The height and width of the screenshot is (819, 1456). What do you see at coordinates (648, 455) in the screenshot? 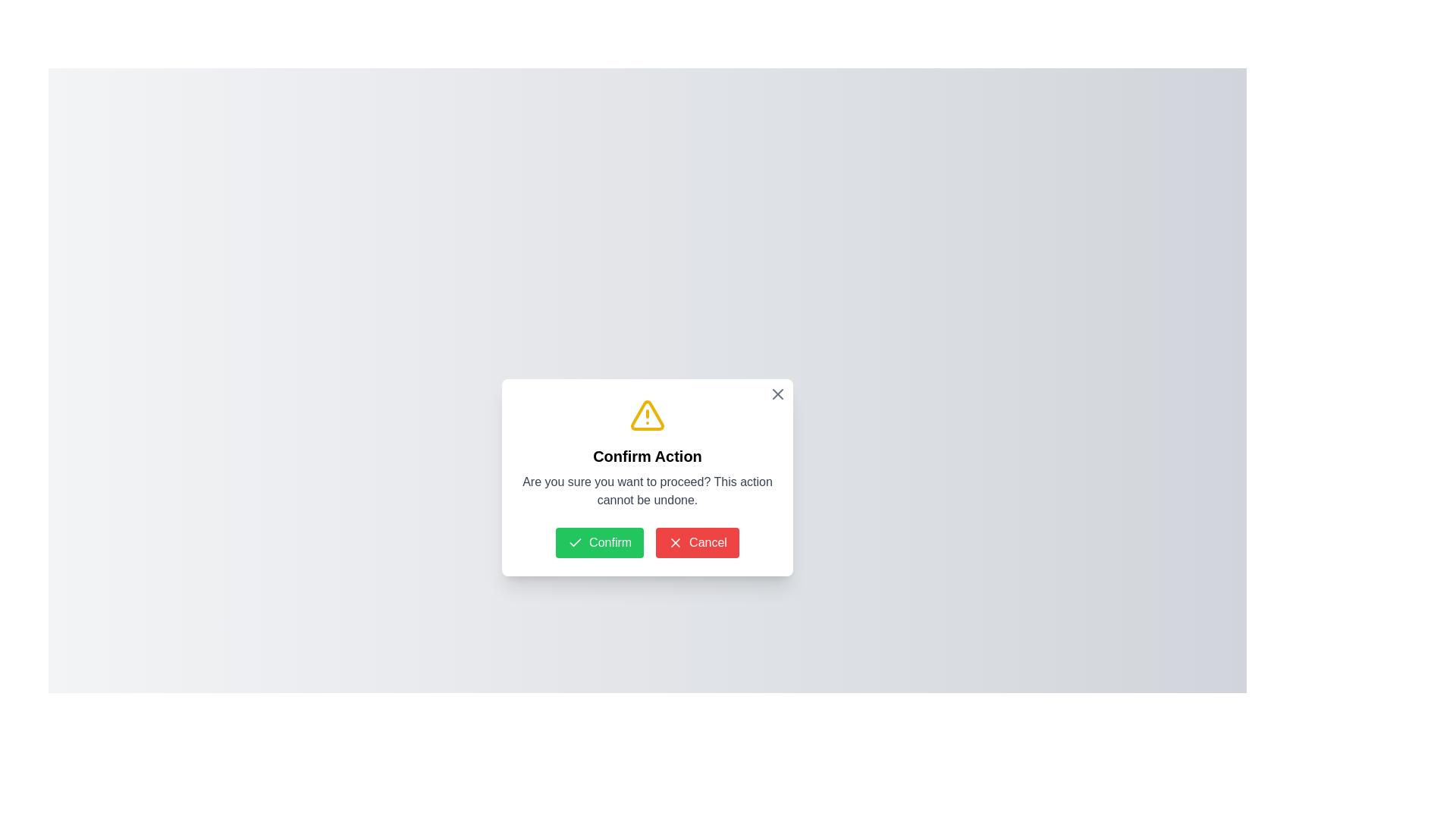
I see `the Text Label that serves as a title for the confirmation dialog, positioned centrally below the warning icon` at bounding box center [648, 455].